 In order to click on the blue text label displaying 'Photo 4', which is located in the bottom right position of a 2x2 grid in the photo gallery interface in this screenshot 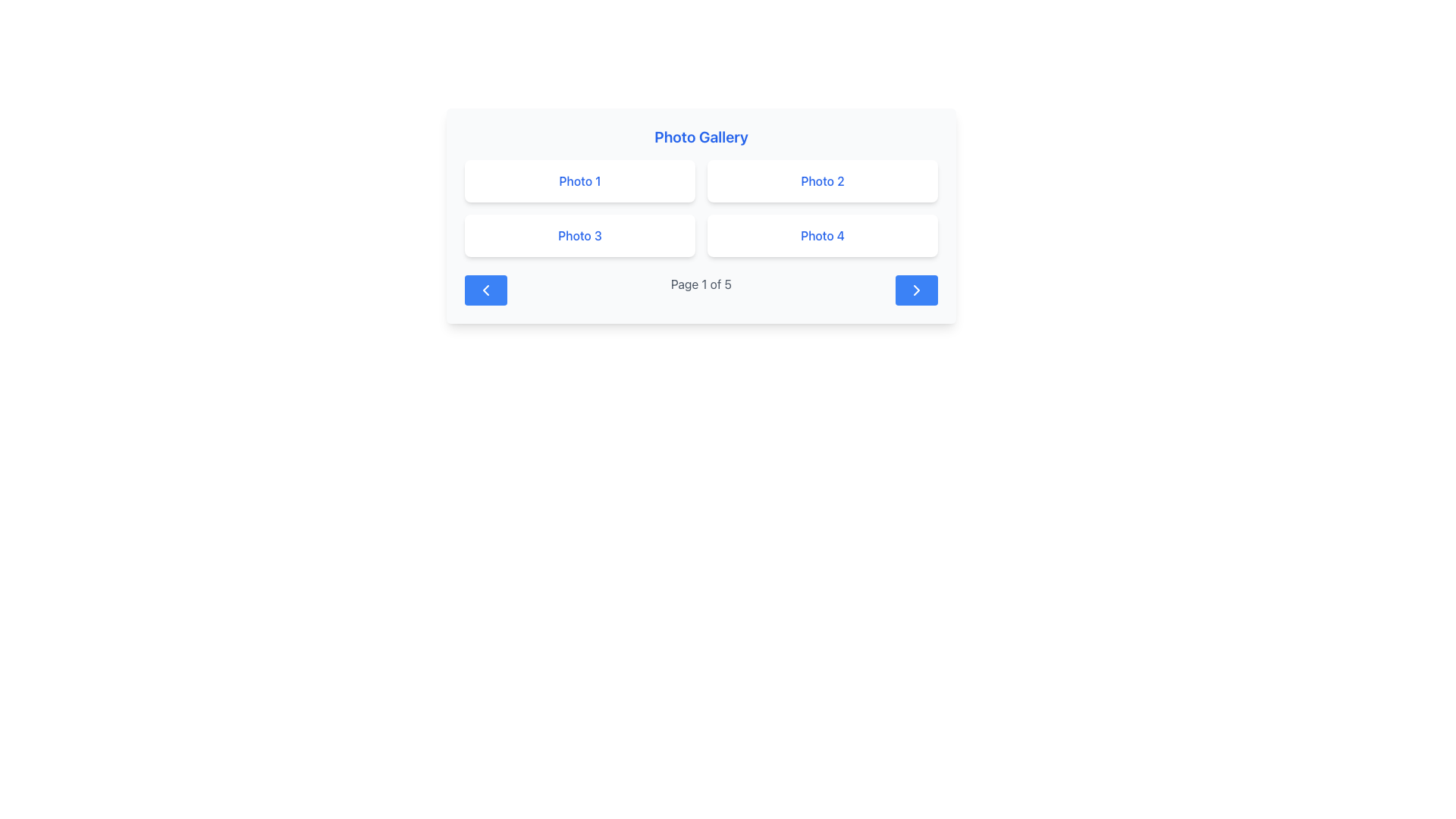, I will do `click(821, 236)`.